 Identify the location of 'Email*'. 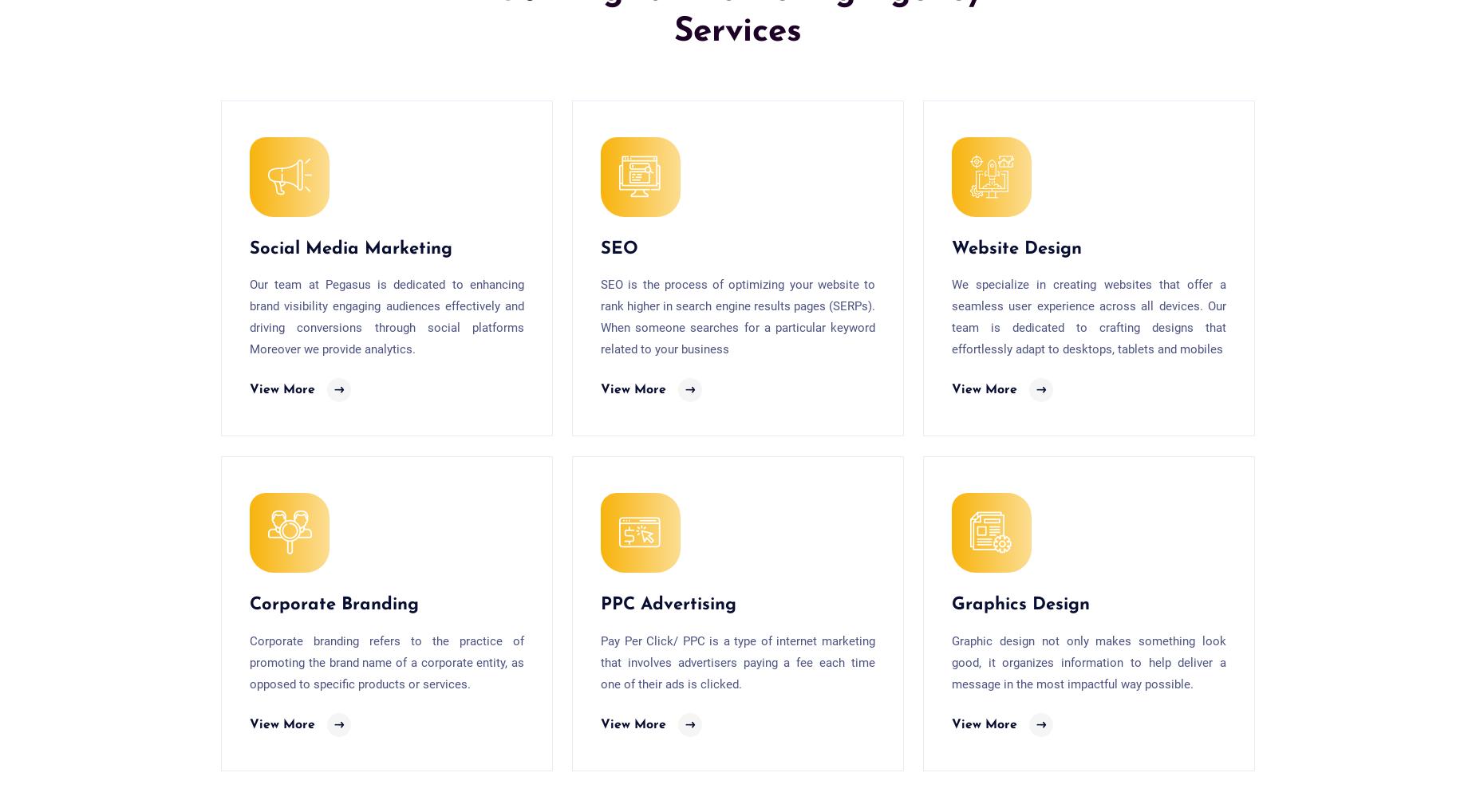
(968, 13).